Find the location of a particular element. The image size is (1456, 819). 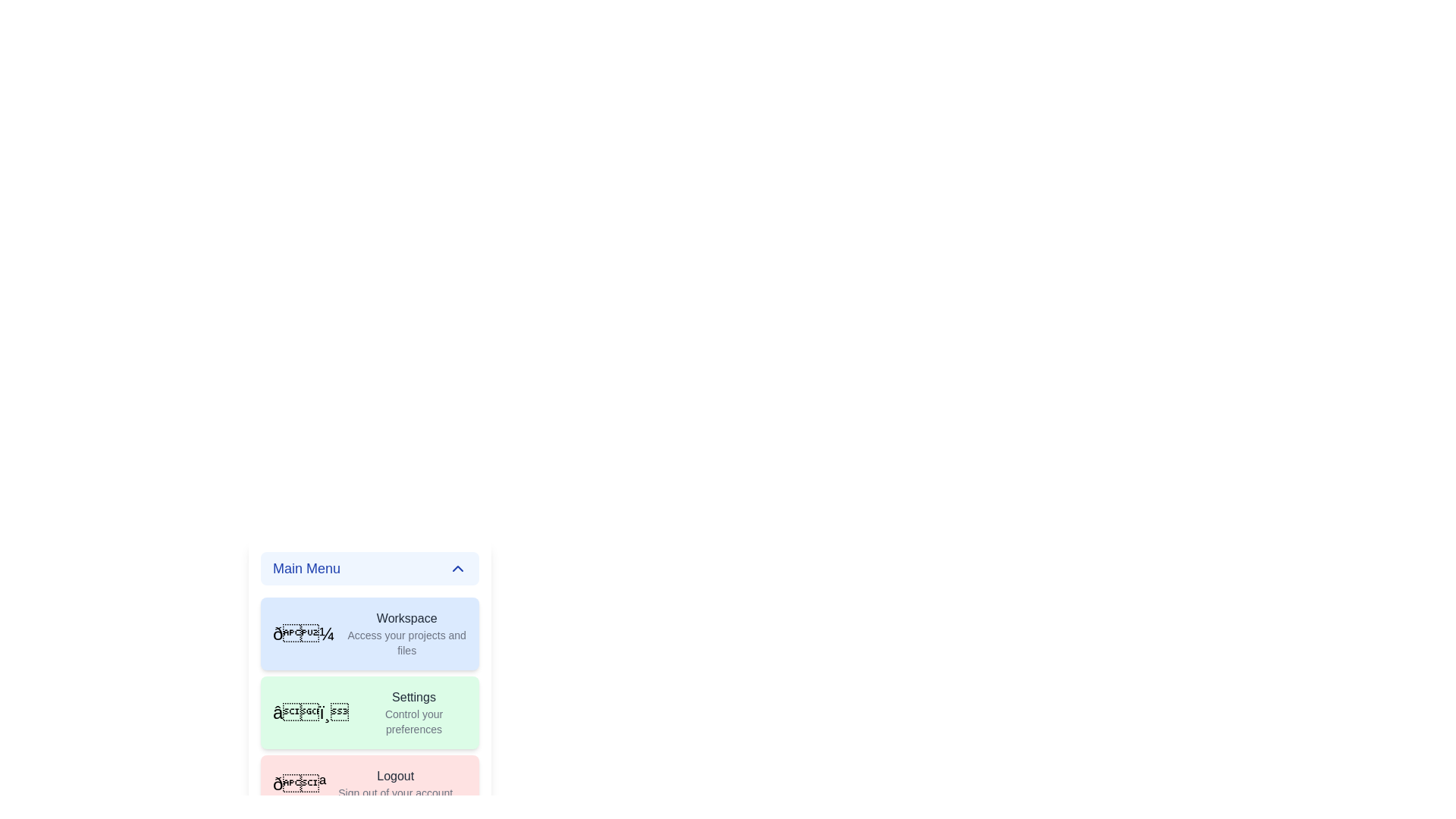

the text label that reads 'Access your projects and files', which is located below the 'Workspace' heading within a light blue section box is located at coordinates (406, 643).